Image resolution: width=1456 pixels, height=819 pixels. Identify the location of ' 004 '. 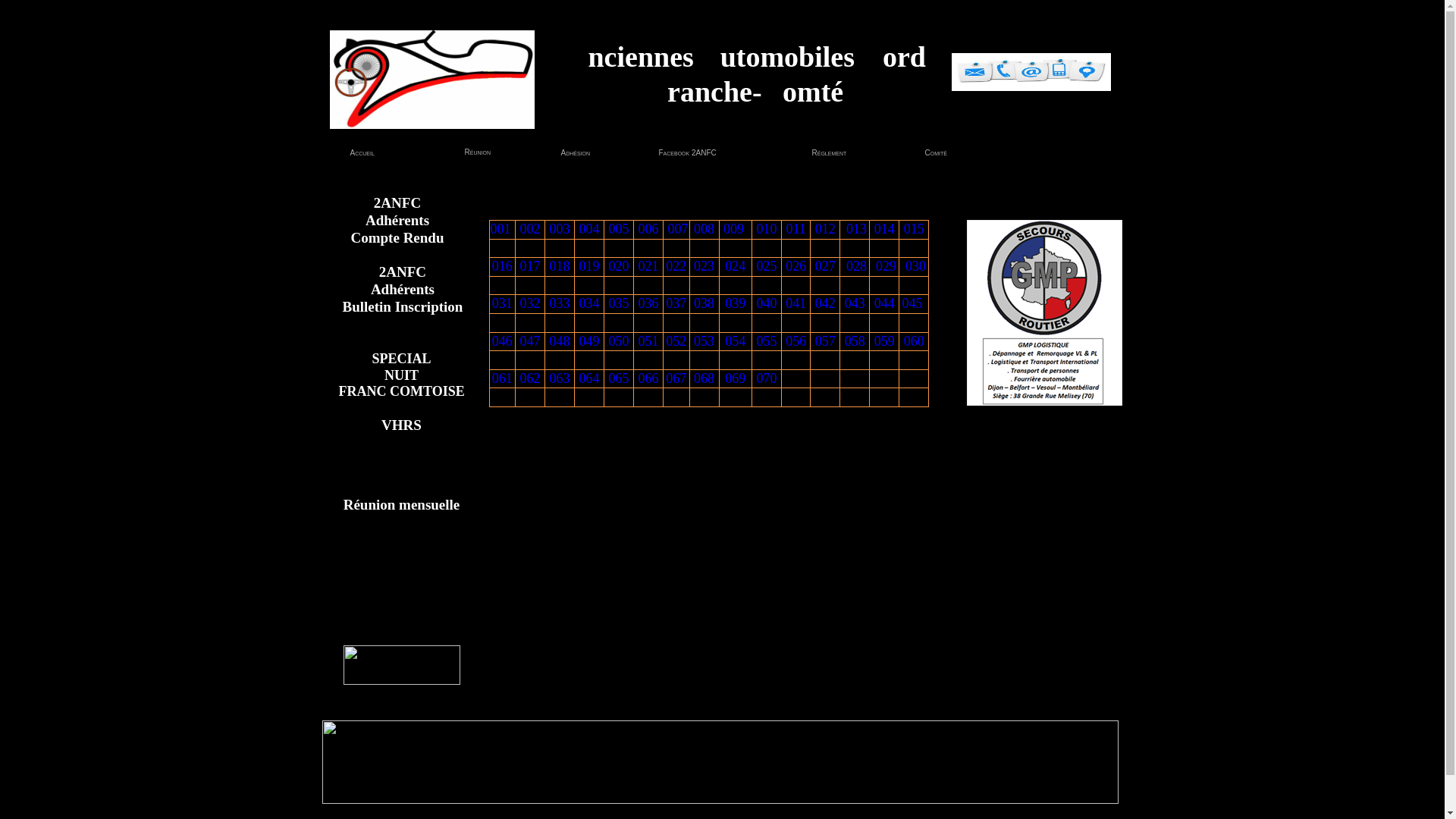
(588, 228).